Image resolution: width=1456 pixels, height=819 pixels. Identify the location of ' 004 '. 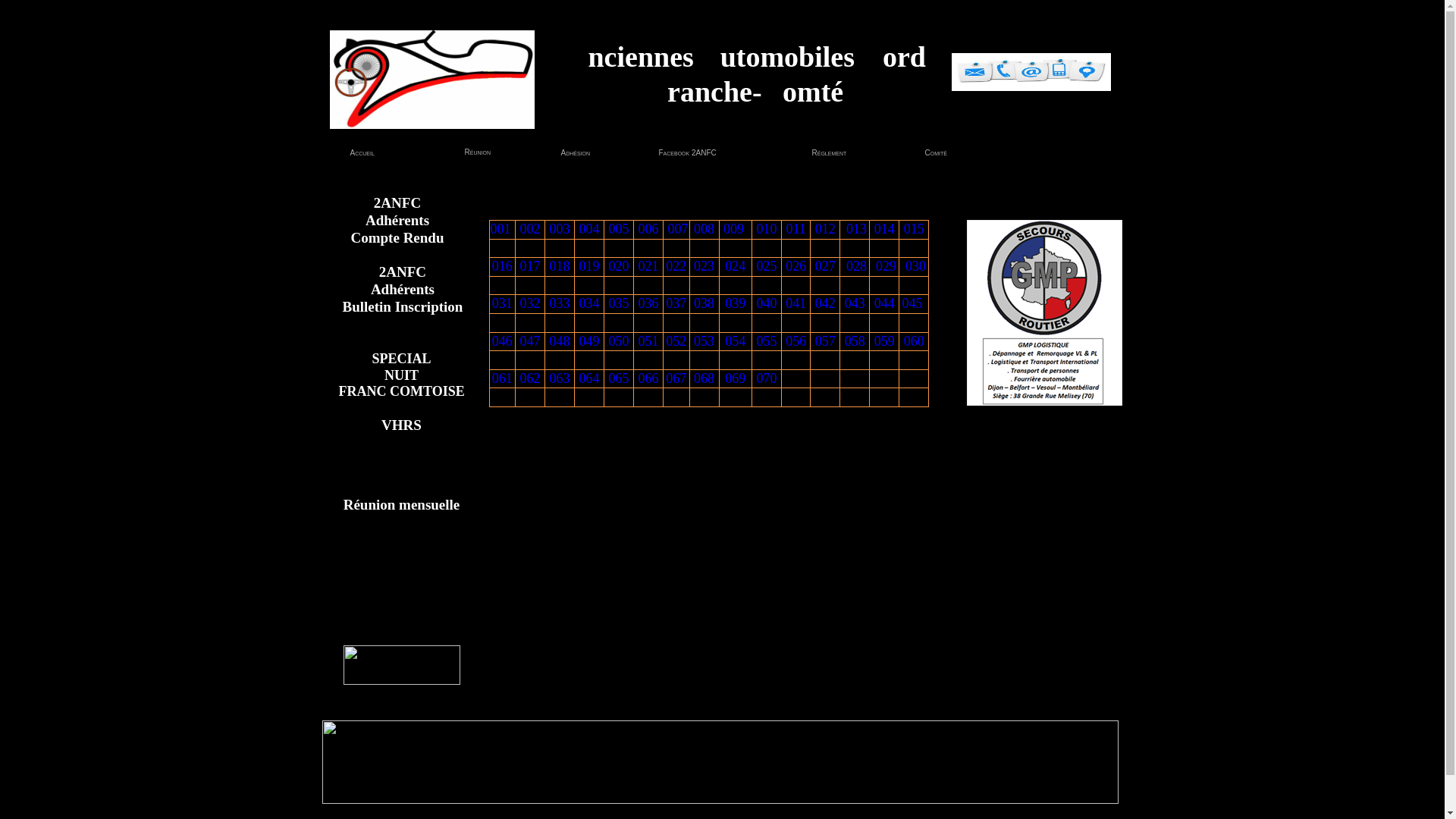
(588, 228).